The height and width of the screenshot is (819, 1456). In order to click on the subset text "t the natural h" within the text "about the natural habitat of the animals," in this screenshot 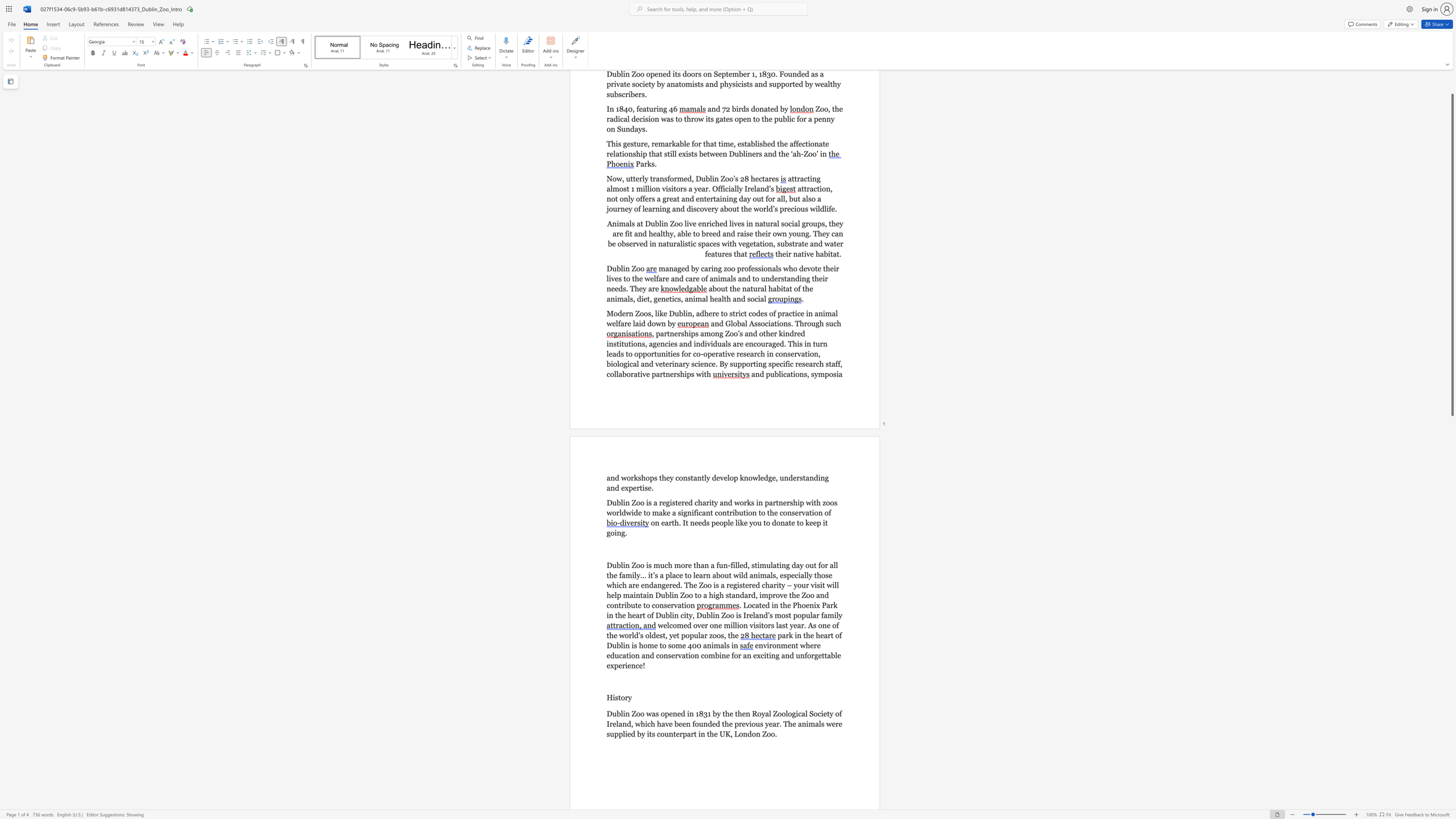, I will do `click(724, 288)`.